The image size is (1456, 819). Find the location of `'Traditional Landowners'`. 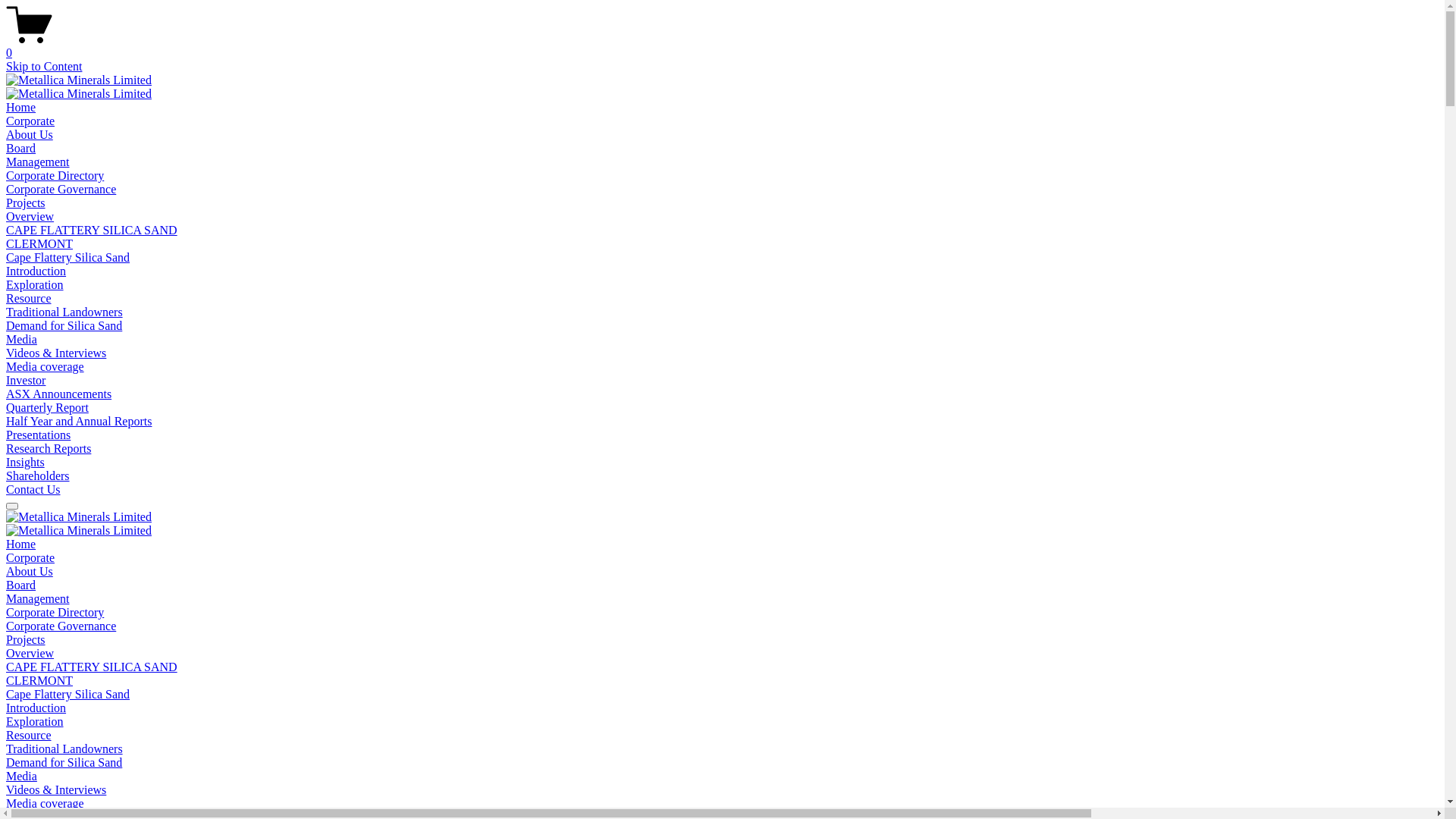

'Traditional Landowners' is located at coordinates (64, 748).